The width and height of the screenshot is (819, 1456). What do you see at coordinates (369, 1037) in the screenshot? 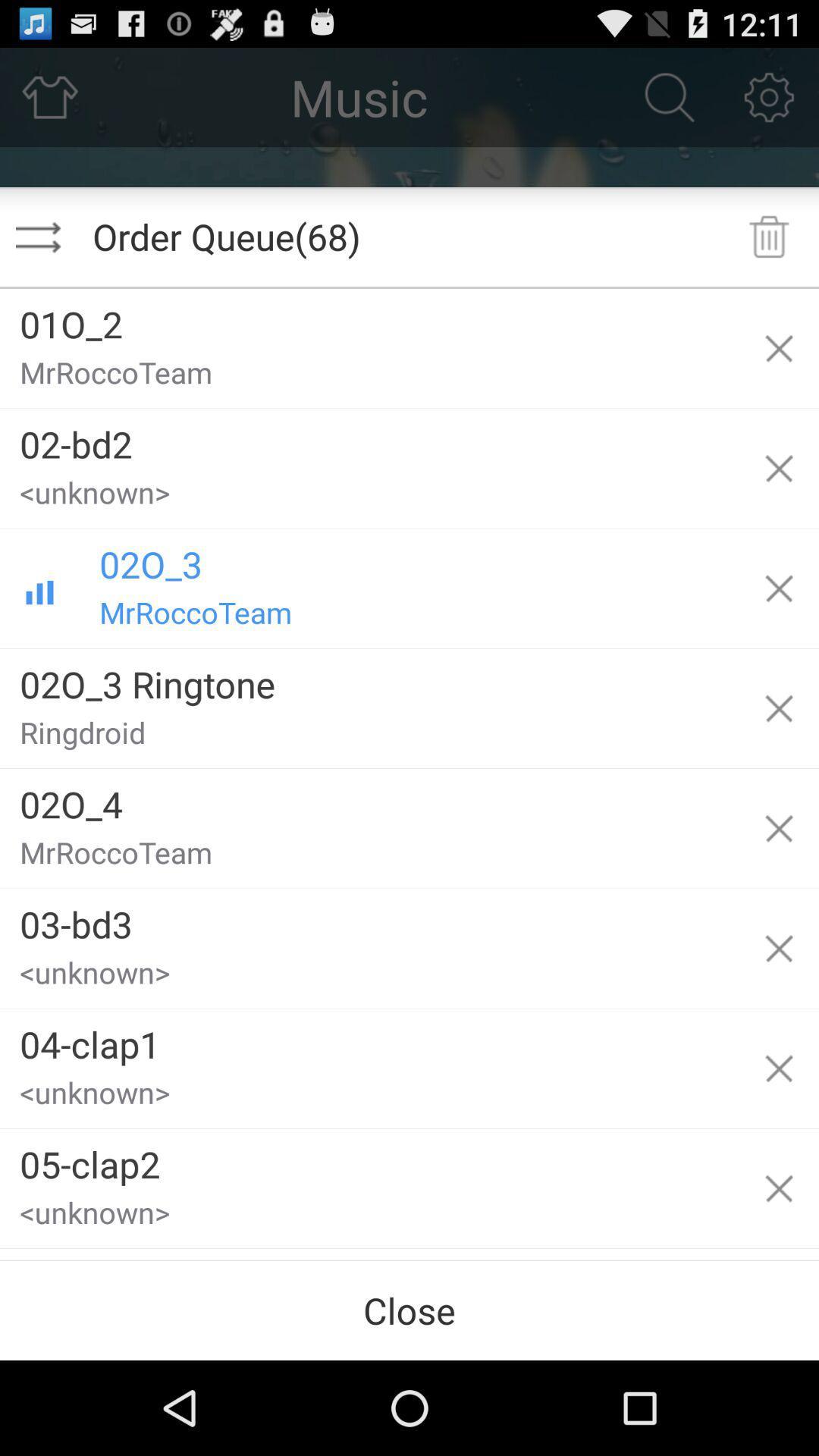
I see `item below <unknown> app` at bounding box center [369, 1037].